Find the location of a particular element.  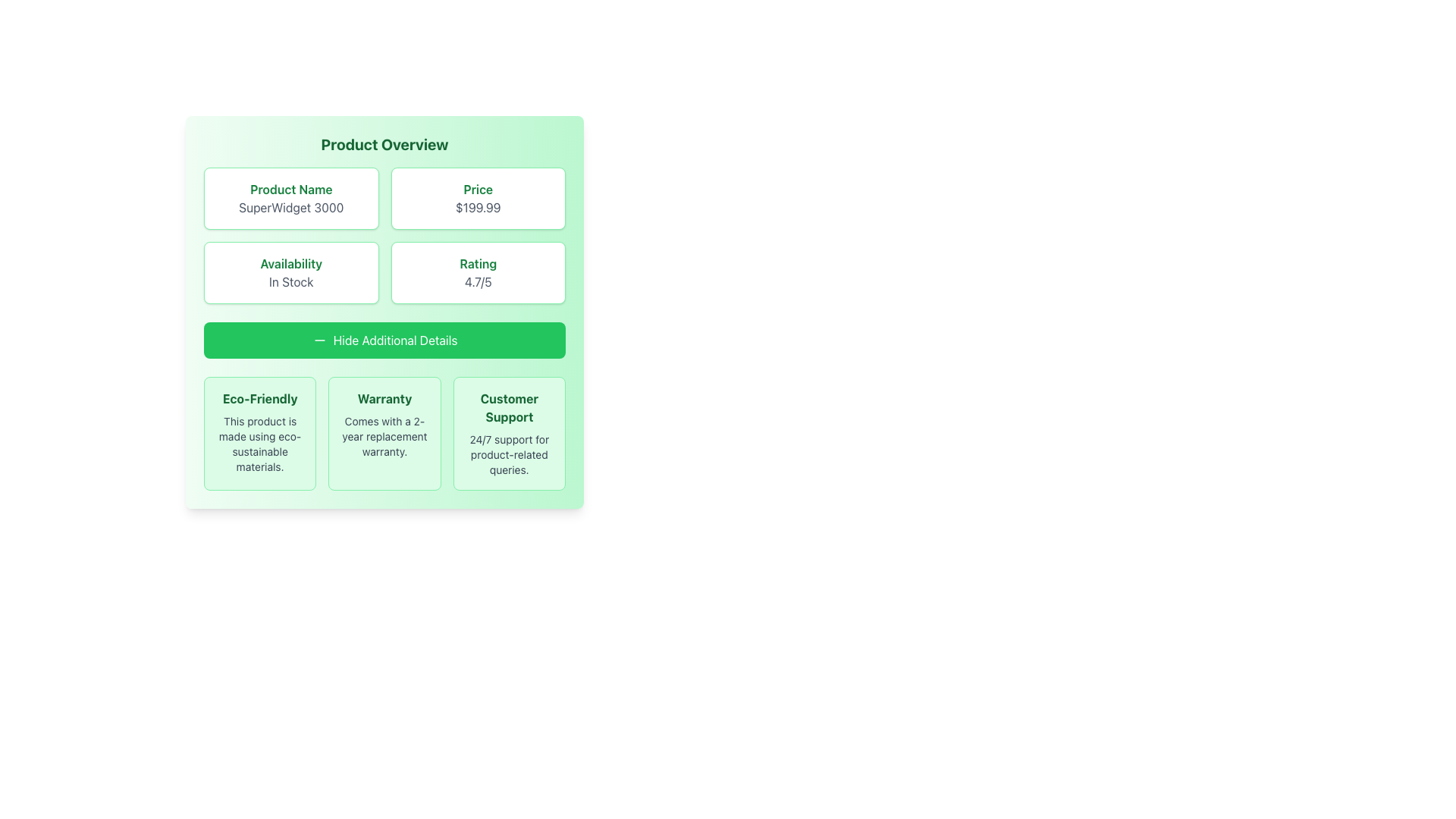

the Information display box that indicates the availability status of a product, located under the 'Product Overview' header in the grid layout is located at coordinates (291, 271).